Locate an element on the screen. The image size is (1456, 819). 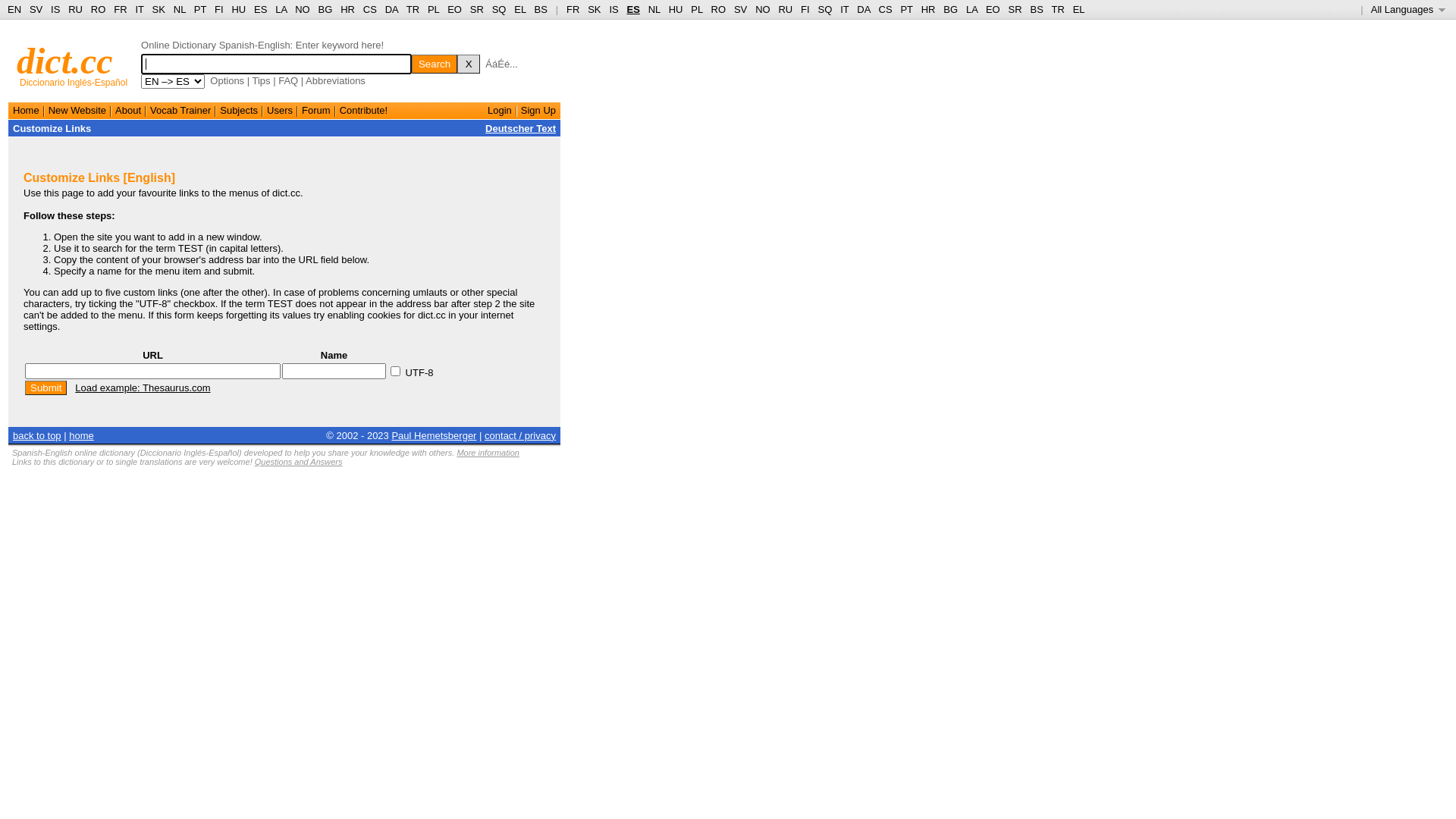
'RU' is located at coordinates (785, 9).